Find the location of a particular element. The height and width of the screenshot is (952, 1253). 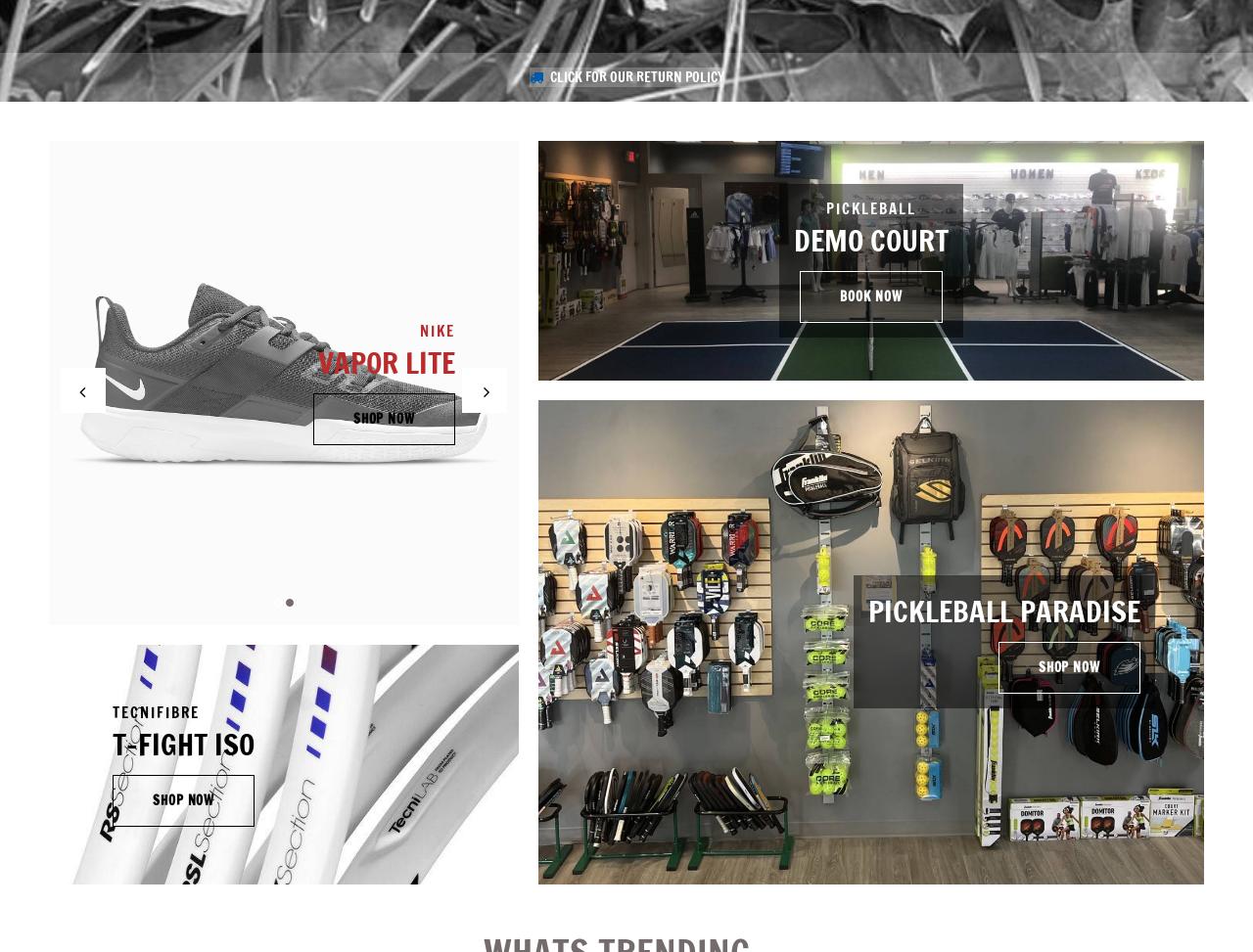

'BOOK NOW' is located at coordinates (839, 295).